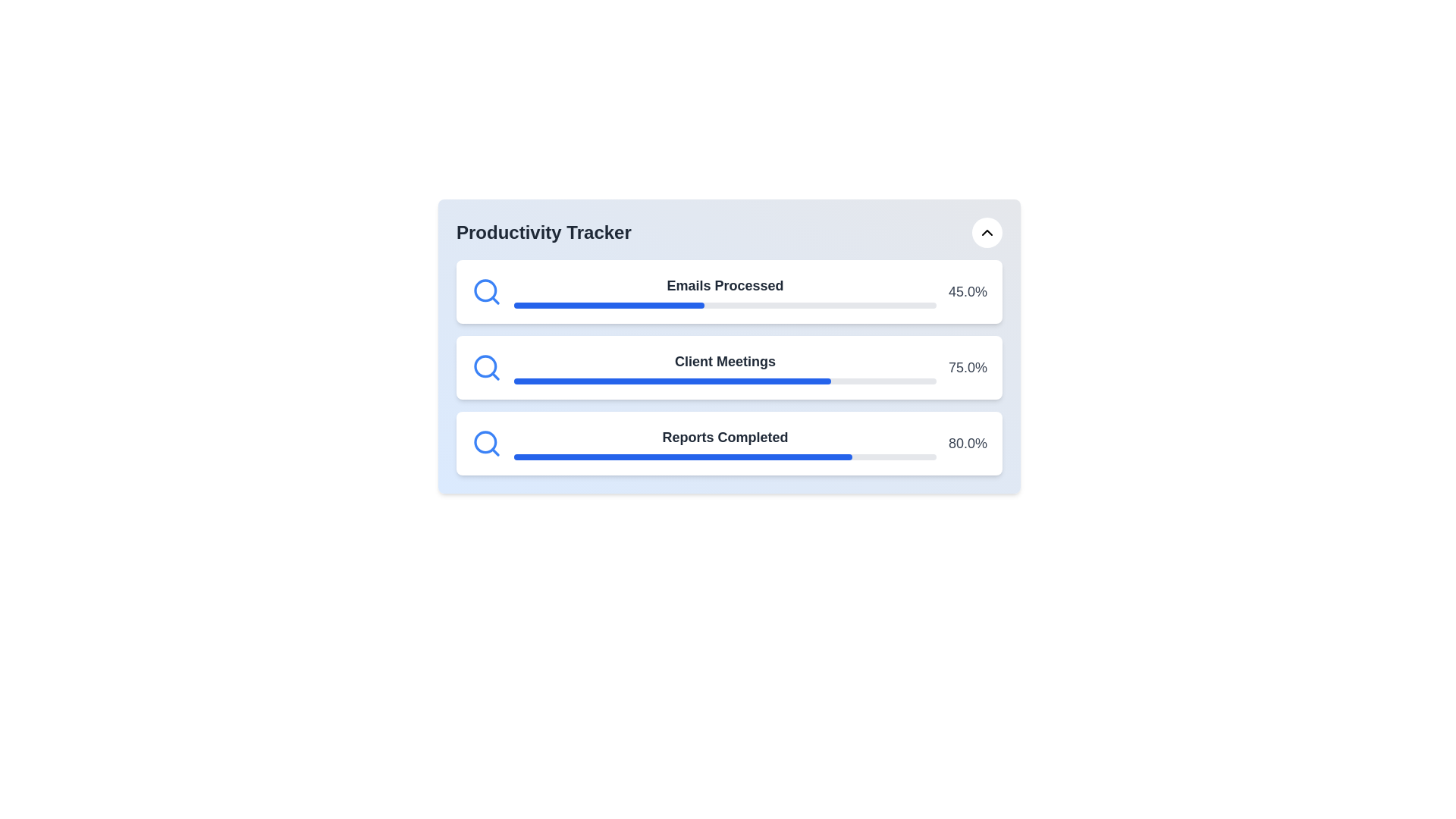 The width and height of the screenshot is (1456, 819). What do you see at coordinates (967, 368) in the screenshot?
I see `the textual indicator displaying '75.0%' in the 'Client Meetings' section` at bounding box center [967, 368].